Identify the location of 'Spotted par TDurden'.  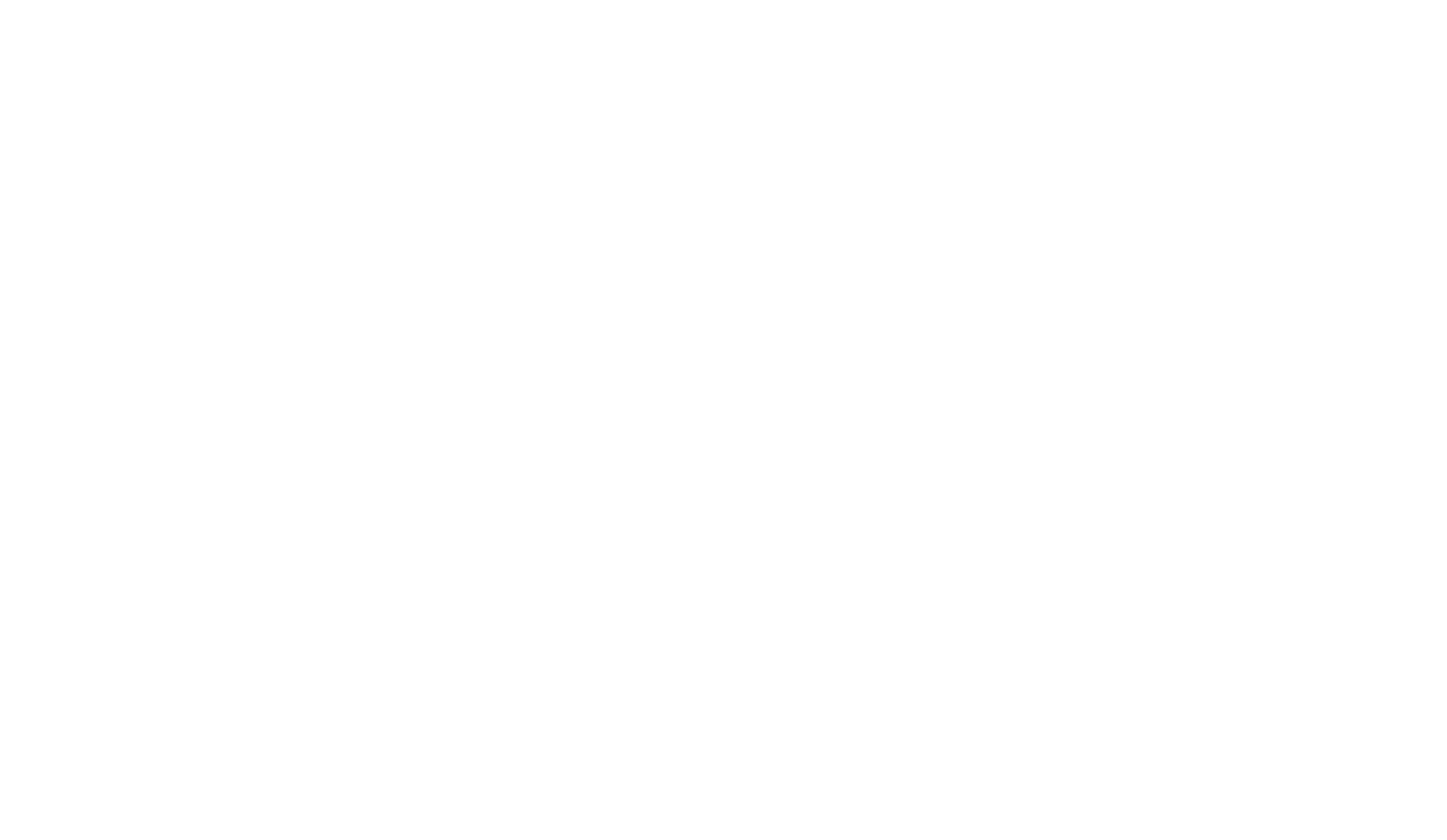
(346, 563).